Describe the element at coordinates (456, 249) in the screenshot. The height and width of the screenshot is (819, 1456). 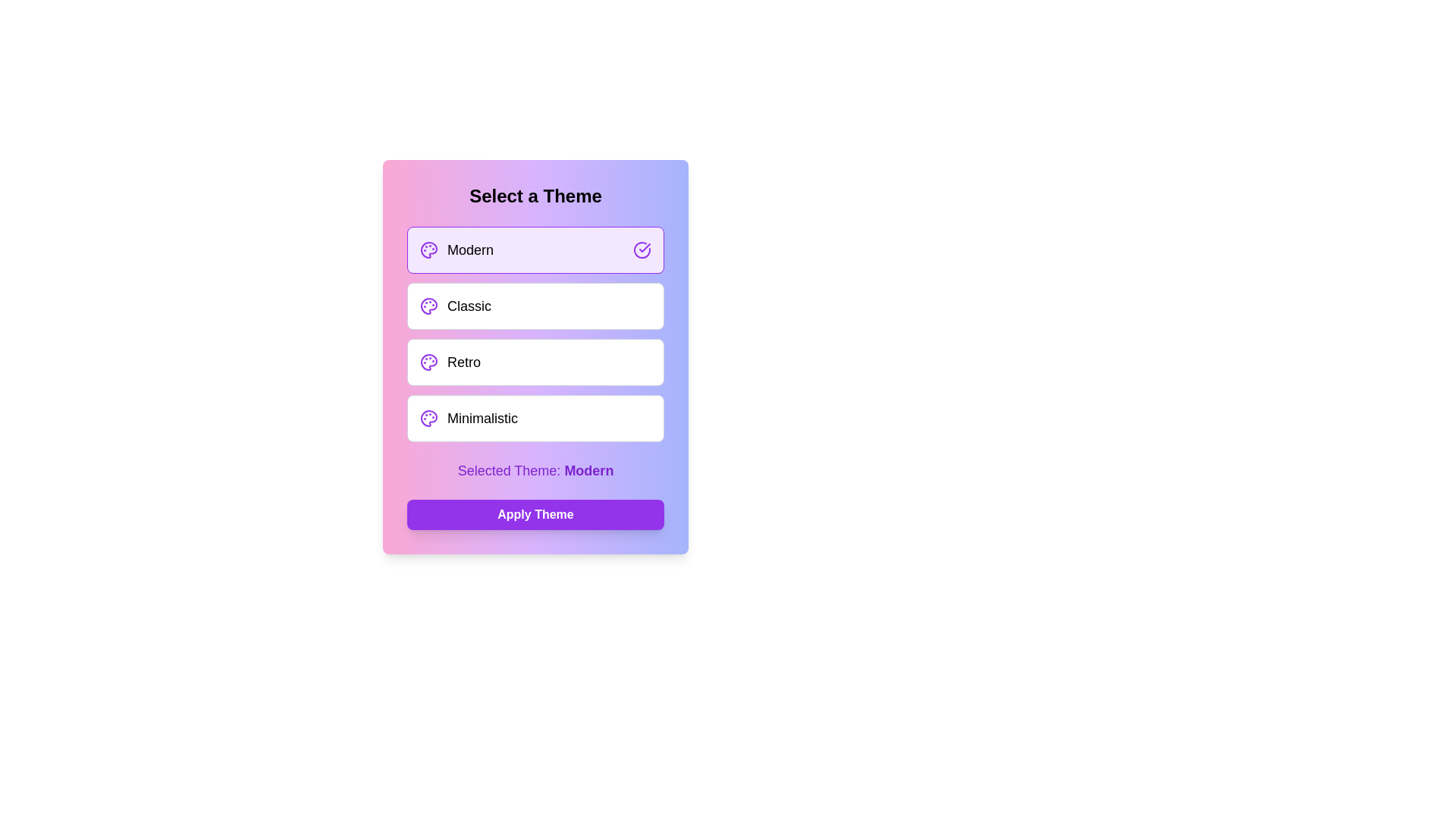
I see `the first selectable option for the 'Modern' theme in the list` at that location.